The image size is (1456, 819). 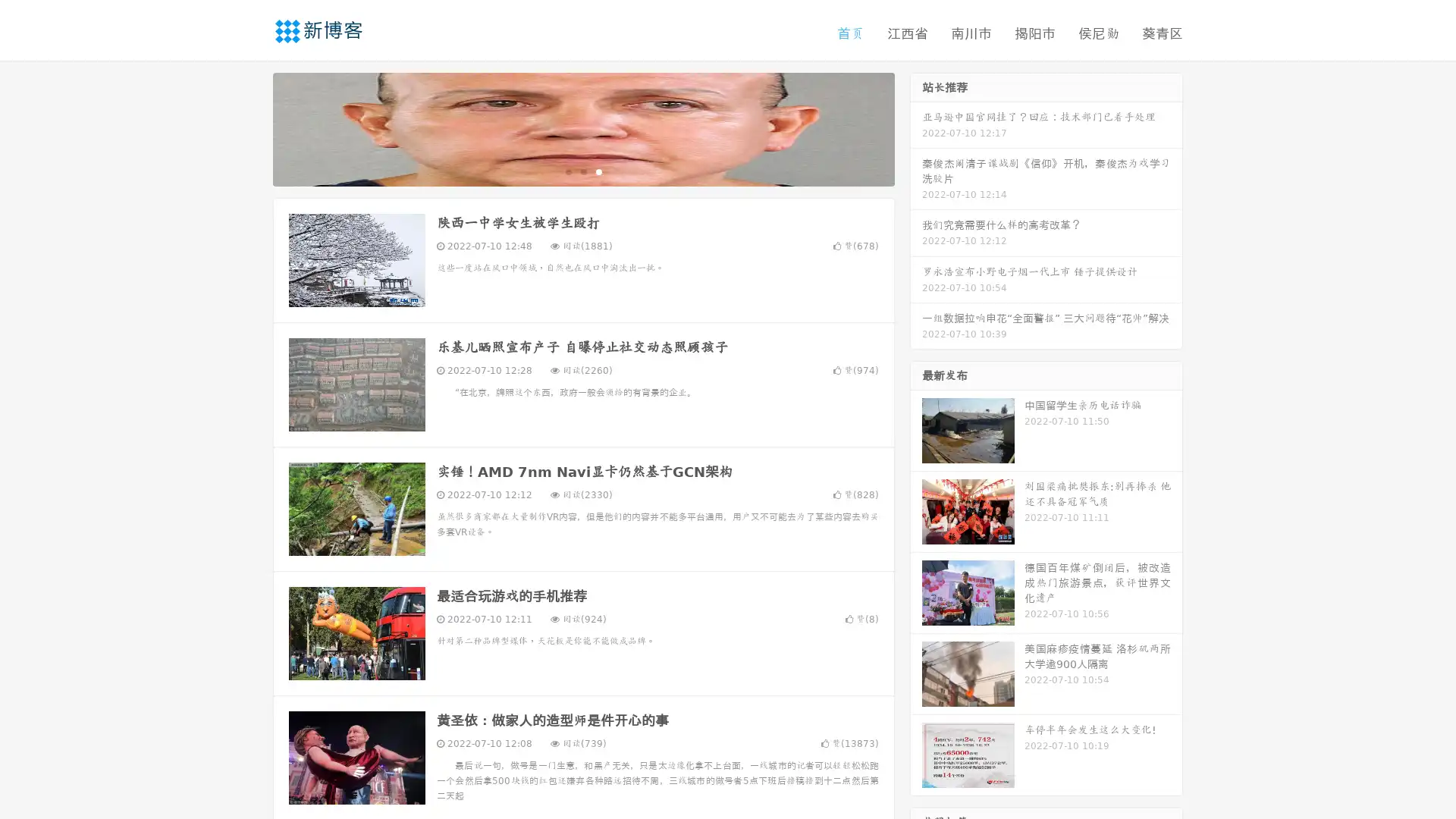 I want to click on Go to slide 3, so click(x=598, y=171).